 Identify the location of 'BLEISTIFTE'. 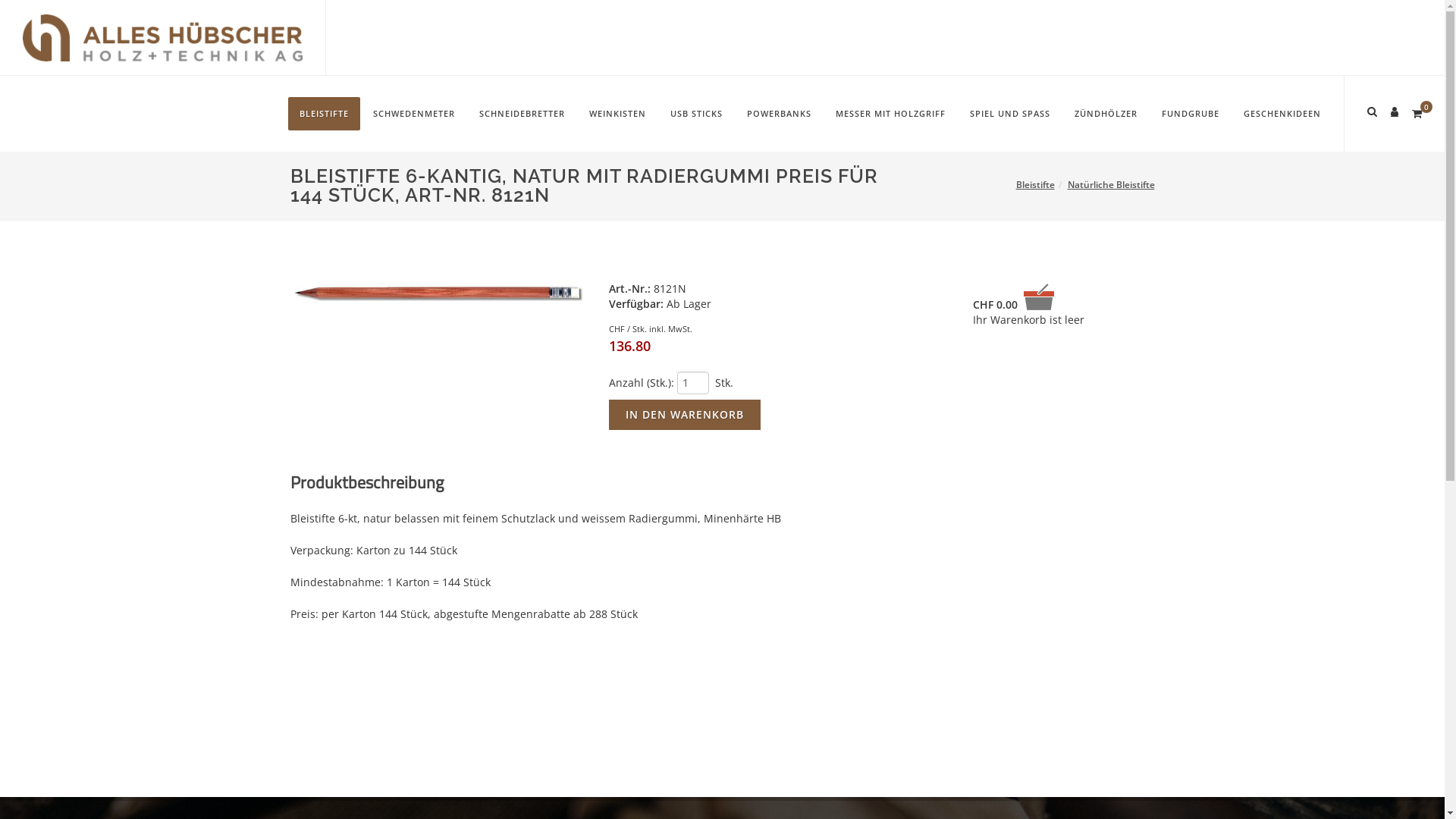
(323, 113).